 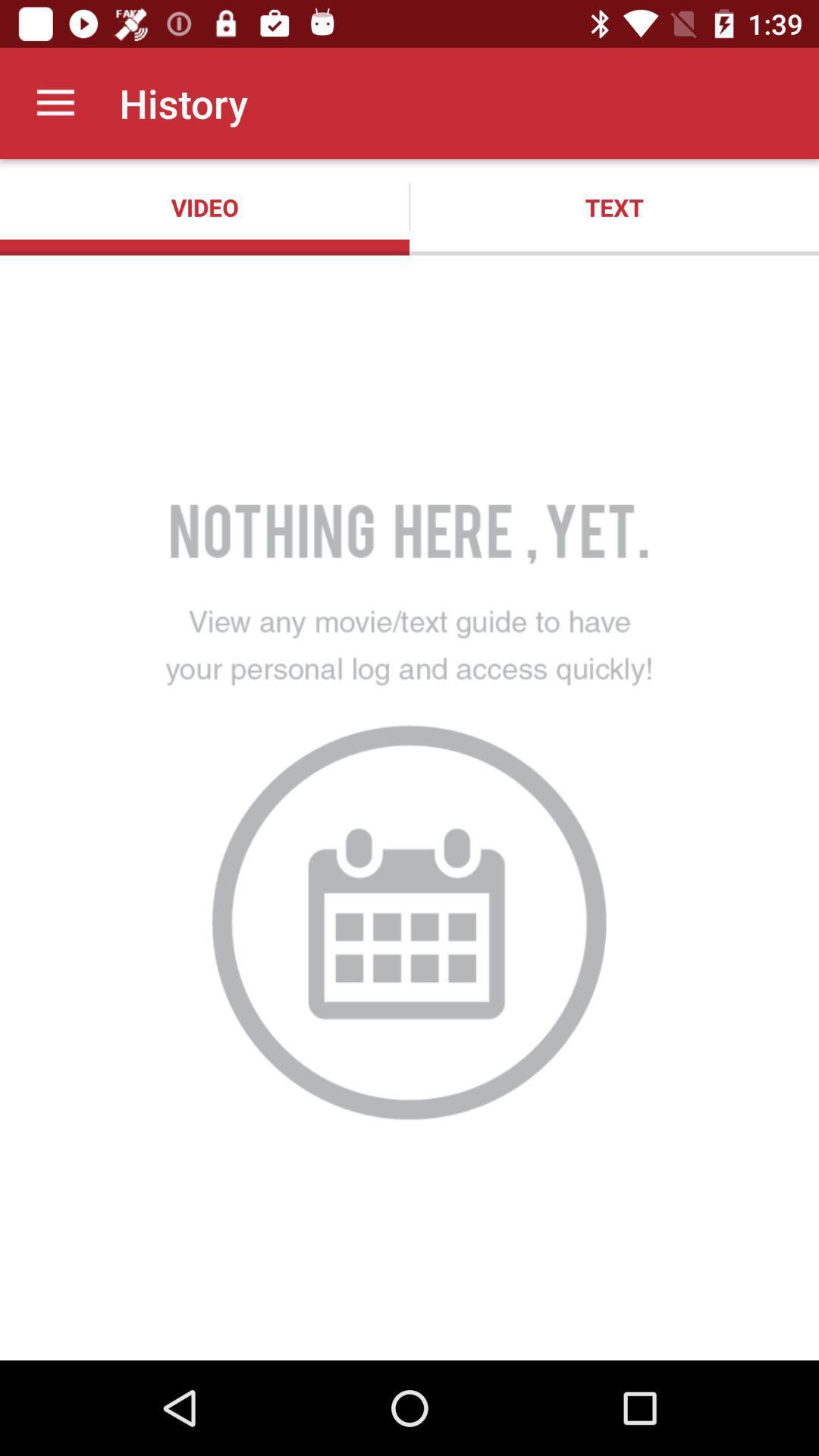 What do you see at coordinates (205, 206) in the screenshot?
I see `the icon next to text app` at bounding box center [205, 206].